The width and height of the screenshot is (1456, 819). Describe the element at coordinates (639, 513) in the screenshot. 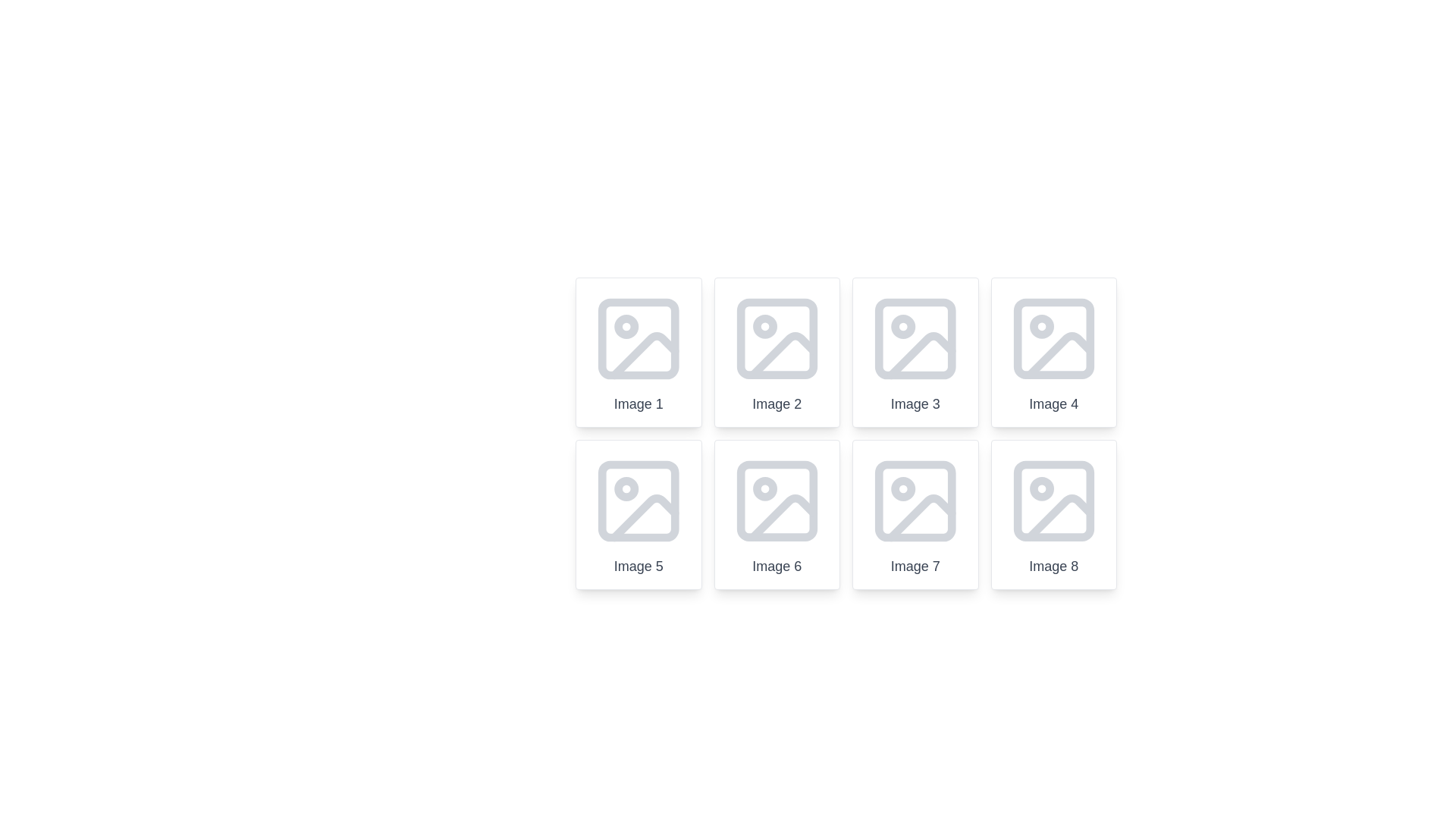

I see `the Card element labeled 'Image 5' located in the second row, first column of the grid` at that location.